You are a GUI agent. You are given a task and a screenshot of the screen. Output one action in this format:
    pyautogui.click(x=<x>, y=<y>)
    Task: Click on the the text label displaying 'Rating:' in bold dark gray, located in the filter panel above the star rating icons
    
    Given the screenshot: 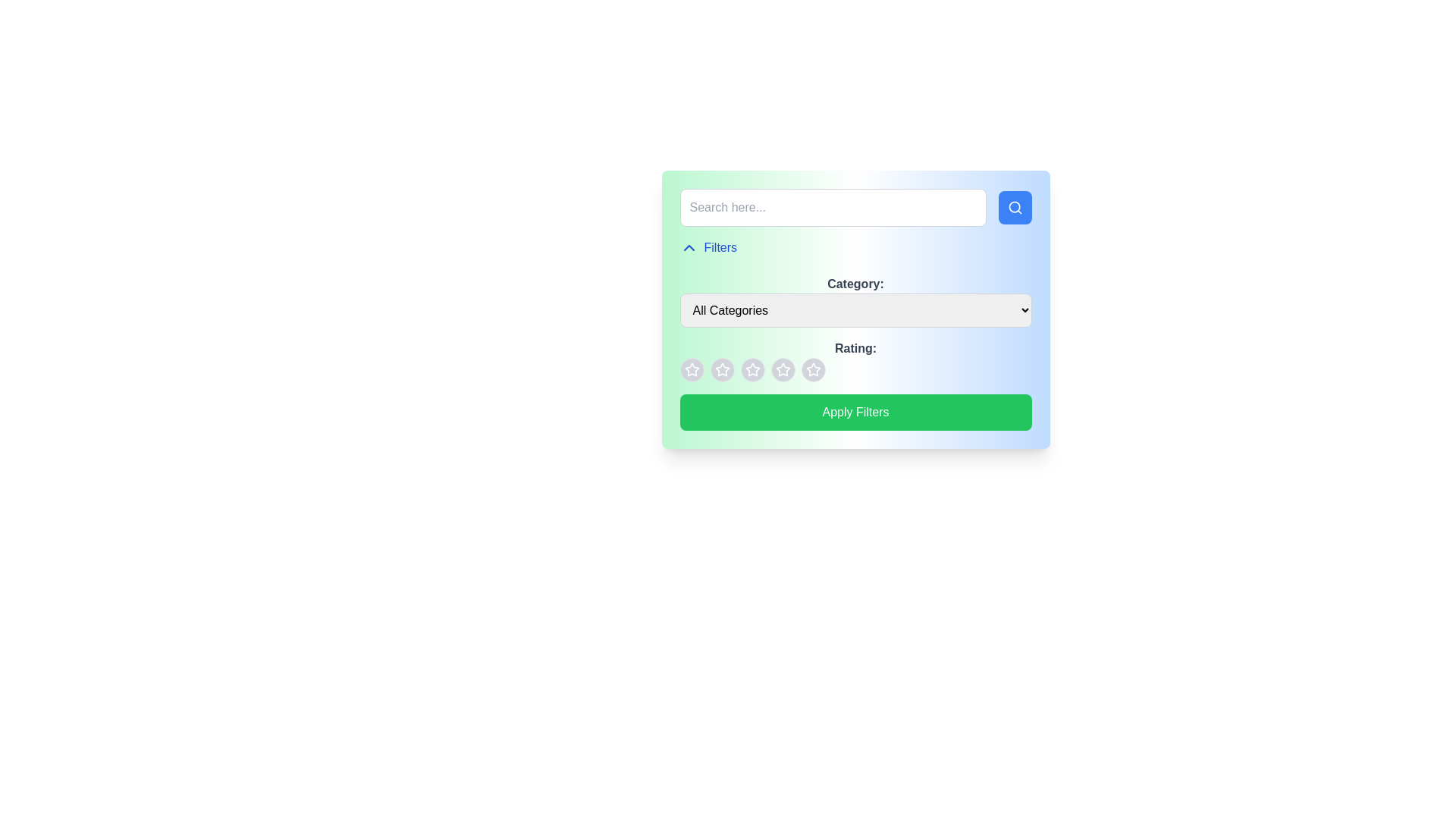 What is the action you would take?
    pyautogui.click(x=855, y=348)
    